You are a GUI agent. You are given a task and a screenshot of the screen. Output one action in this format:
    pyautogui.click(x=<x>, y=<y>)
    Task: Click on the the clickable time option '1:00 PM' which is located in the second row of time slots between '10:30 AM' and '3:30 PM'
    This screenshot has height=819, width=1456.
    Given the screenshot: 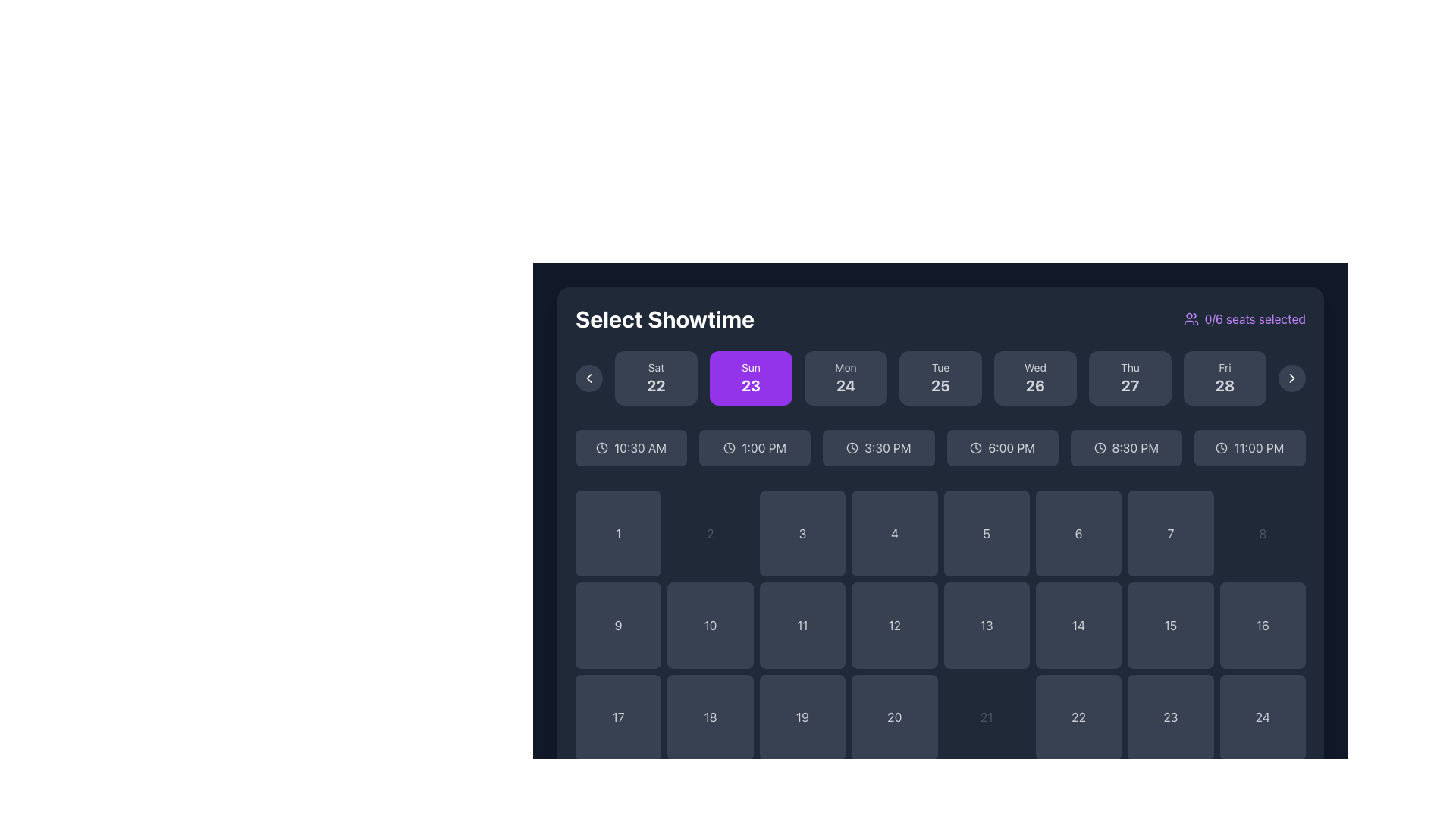 What is the action you would take?
    pyautogui.click(x=764, y=447)
    